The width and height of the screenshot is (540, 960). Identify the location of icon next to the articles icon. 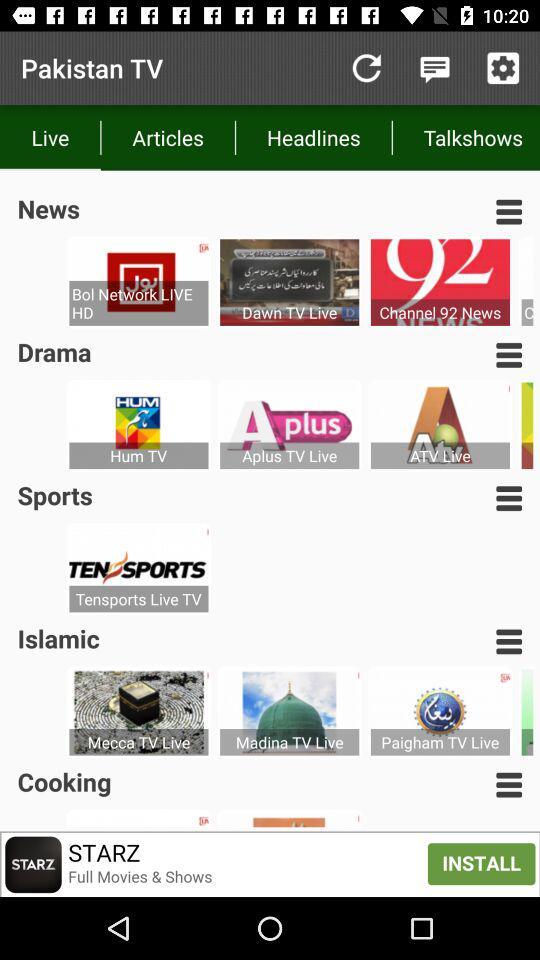
(313, 136).